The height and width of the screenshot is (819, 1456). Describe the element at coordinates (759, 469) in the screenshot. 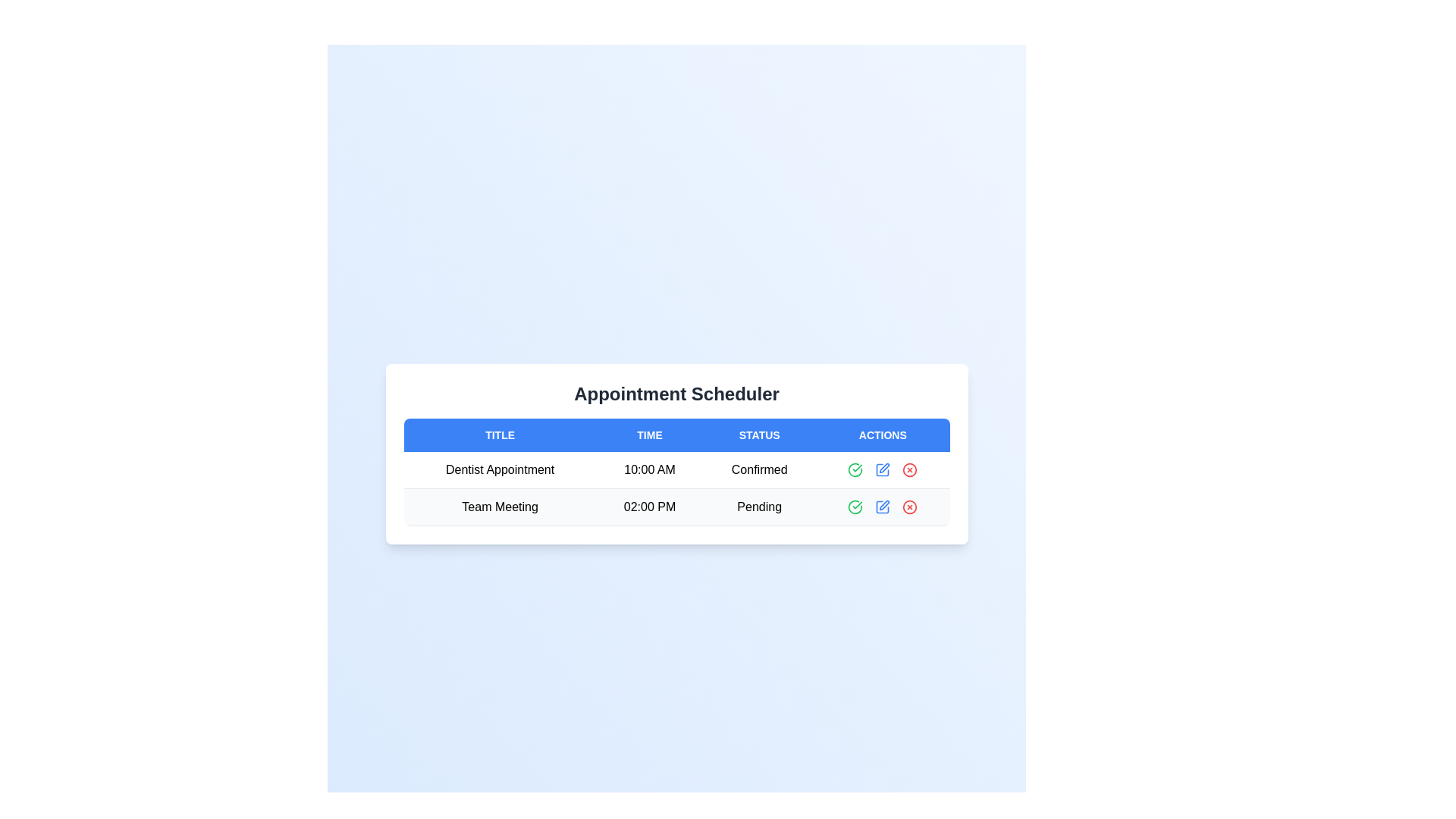

I see `the static text label displaying 'Confirmed' in the 'Status' column of the 'Dentist Appointment' row in the table` at that location.